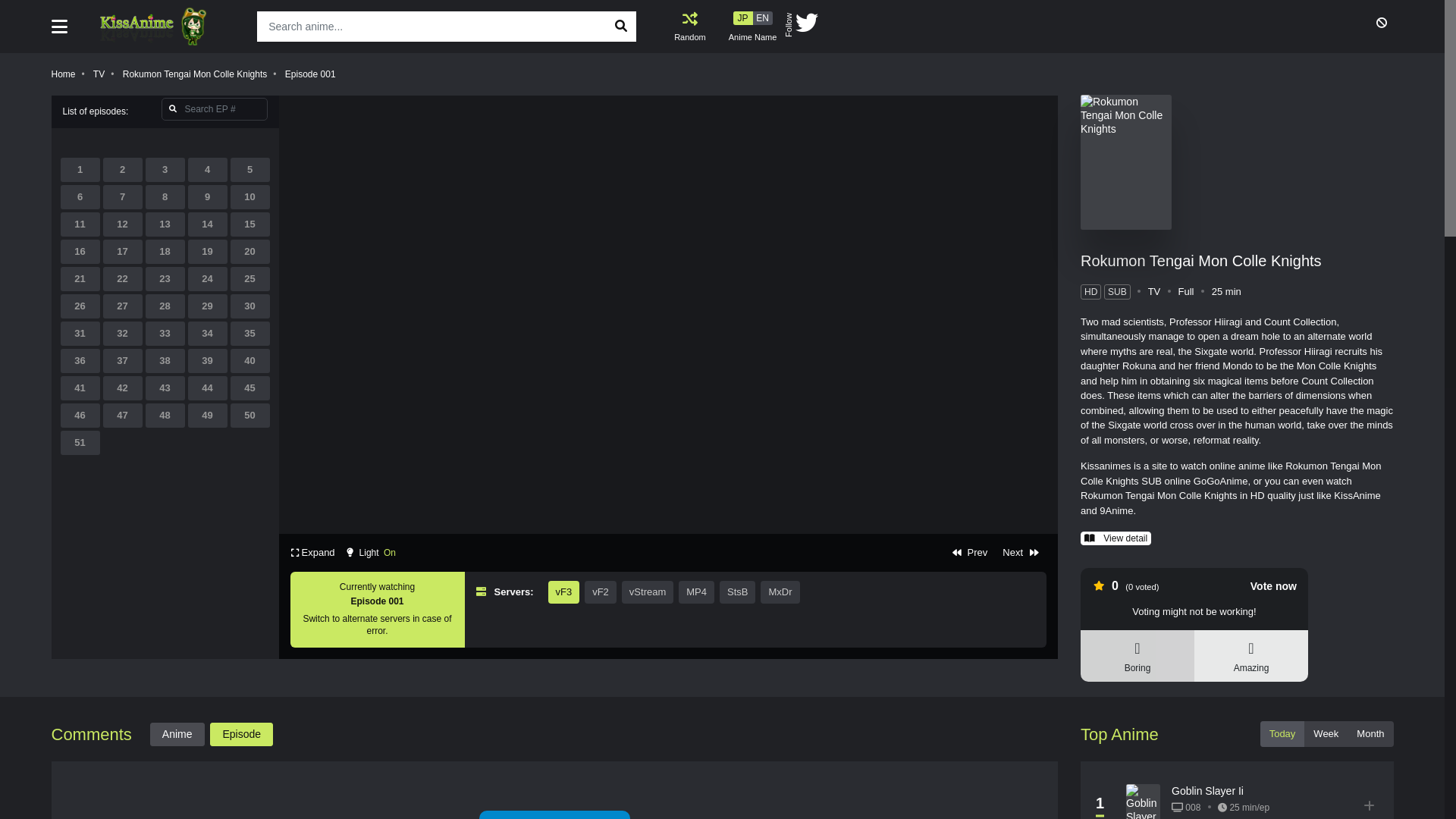  Describe the element at coordinates (1347, 733) in the screenshot. I see `'Month'` at that location.